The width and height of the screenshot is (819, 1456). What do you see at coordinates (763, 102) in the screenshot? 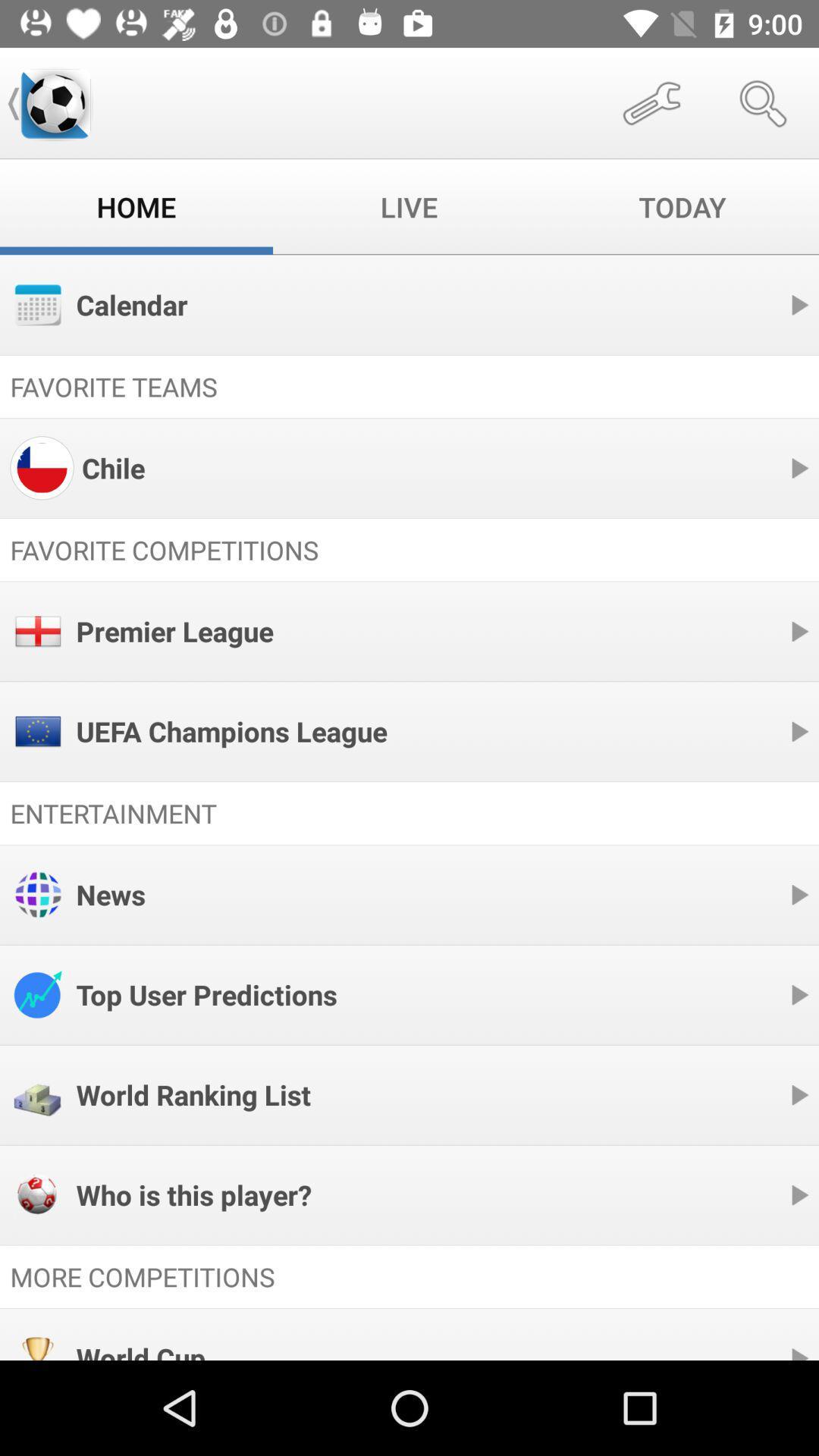
I see `item above today item` at bounding box center [763, 102].